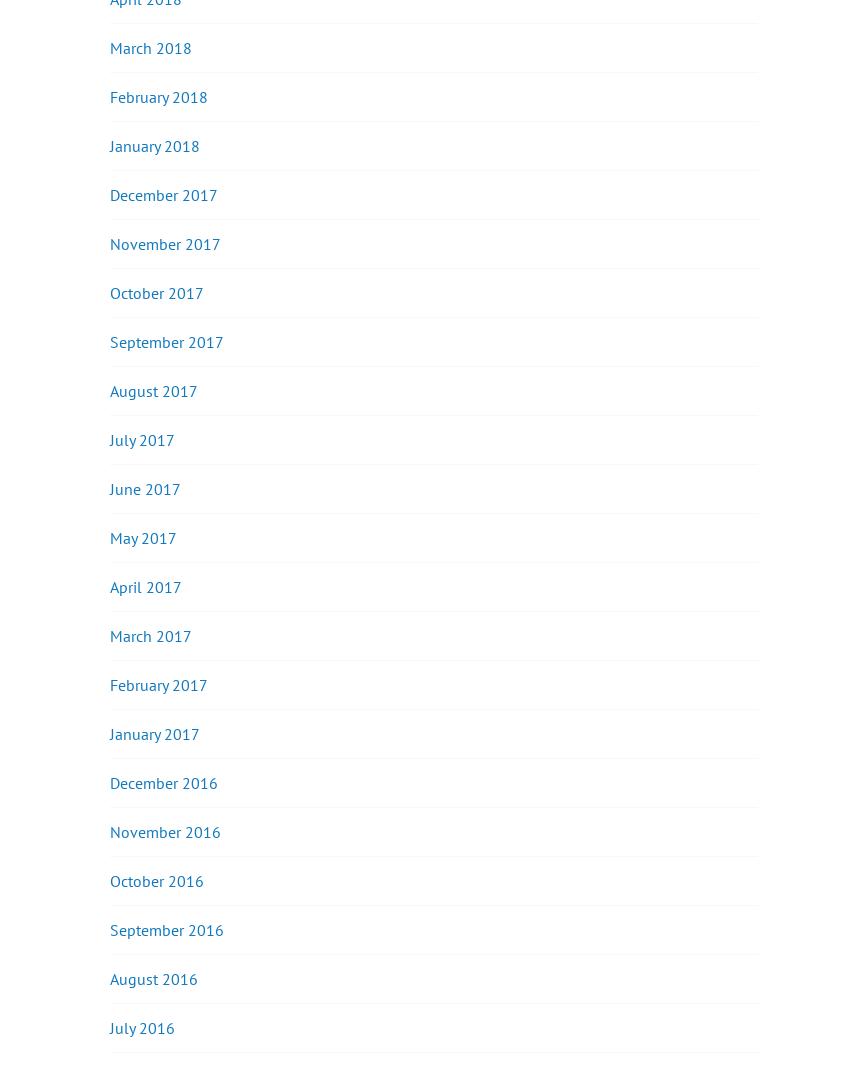 This screenshot has width=868, height=1065. What do you see at coordinates (153, 977) in the screenshot?
I see `'August 2016'` at bounding box center [153, 977].